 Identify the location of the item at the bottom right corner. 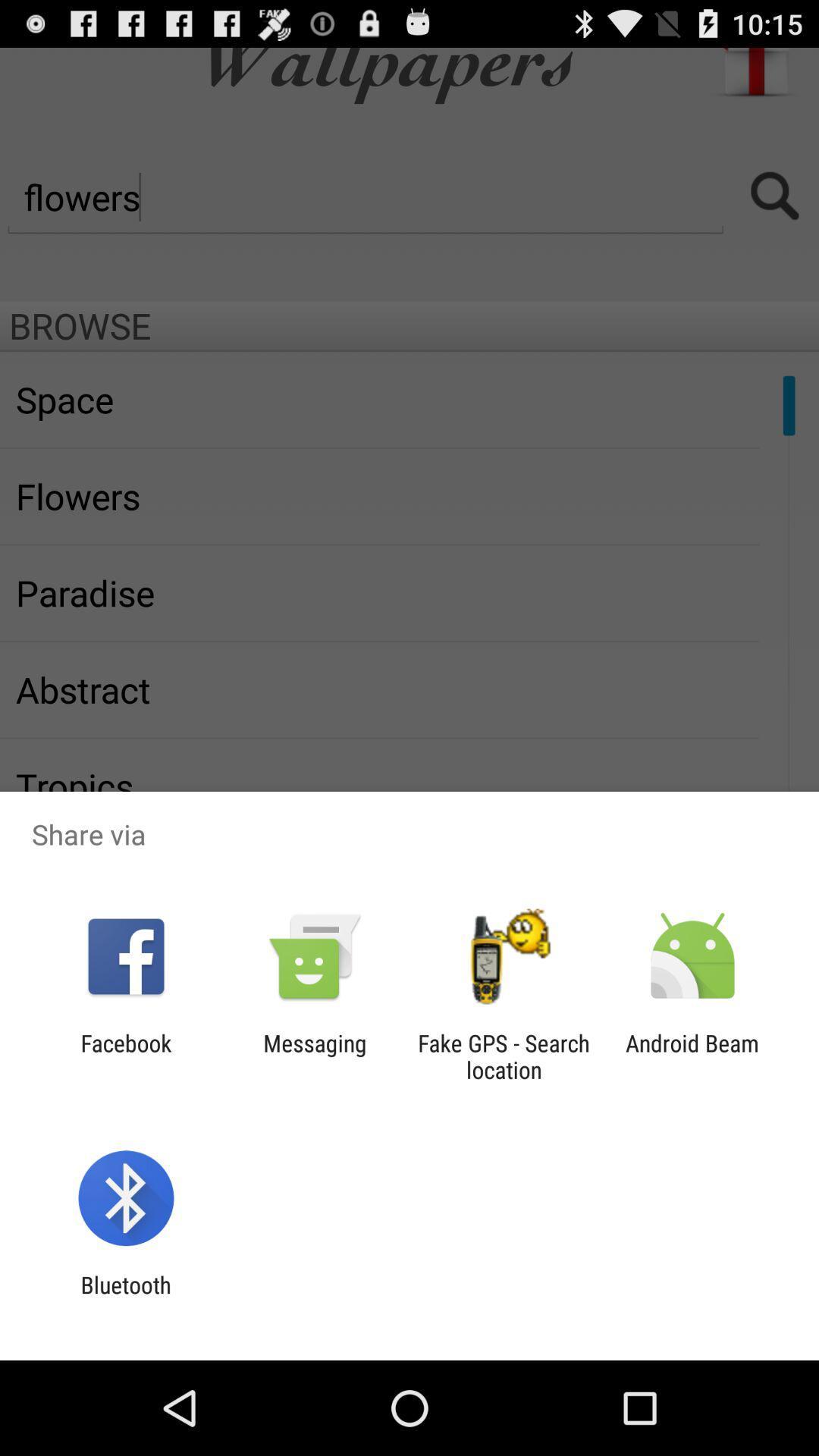
(692, 1056).